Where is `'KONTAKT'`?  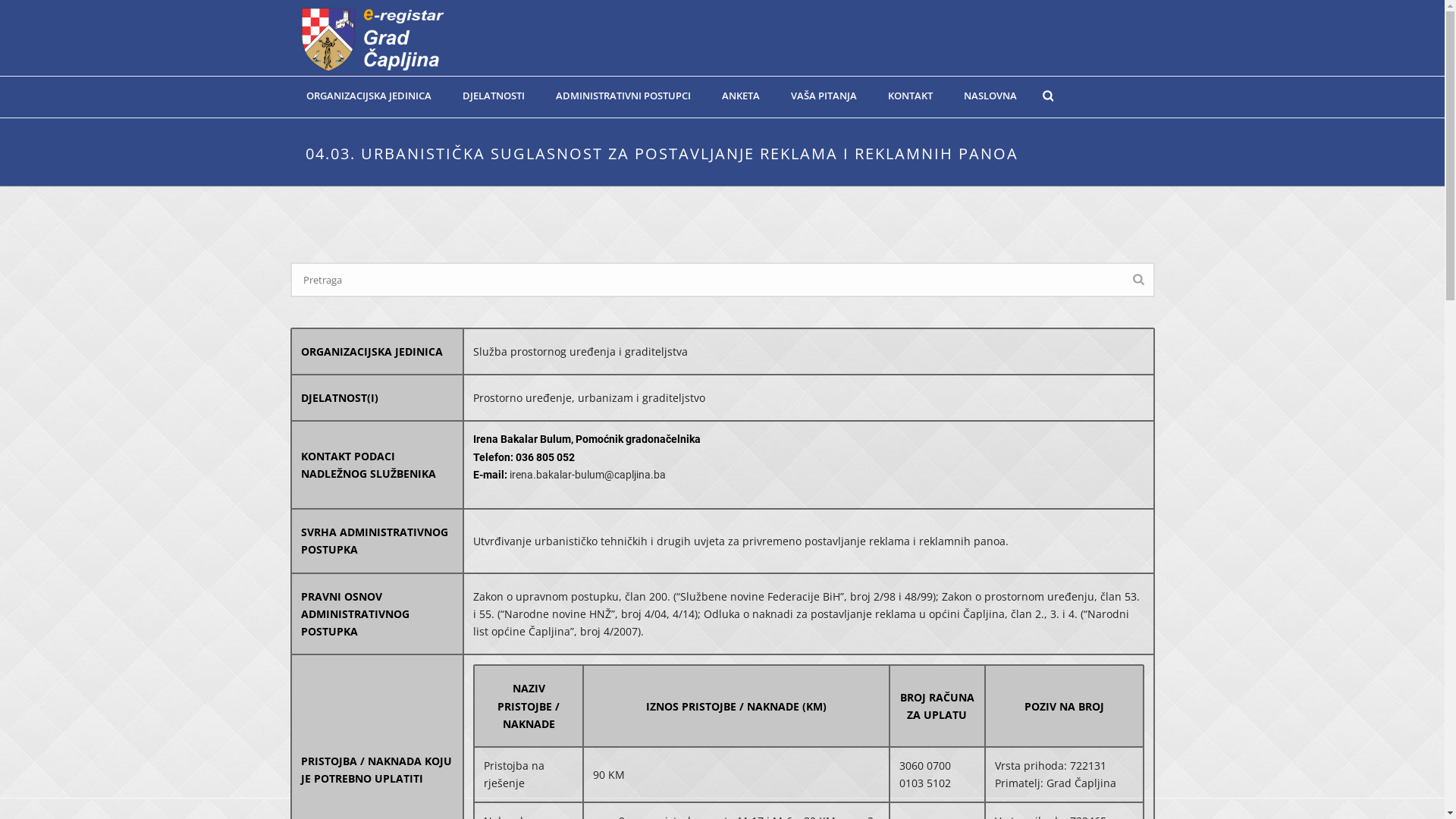 'KONTAKT' is located at coordinates (909, 96).